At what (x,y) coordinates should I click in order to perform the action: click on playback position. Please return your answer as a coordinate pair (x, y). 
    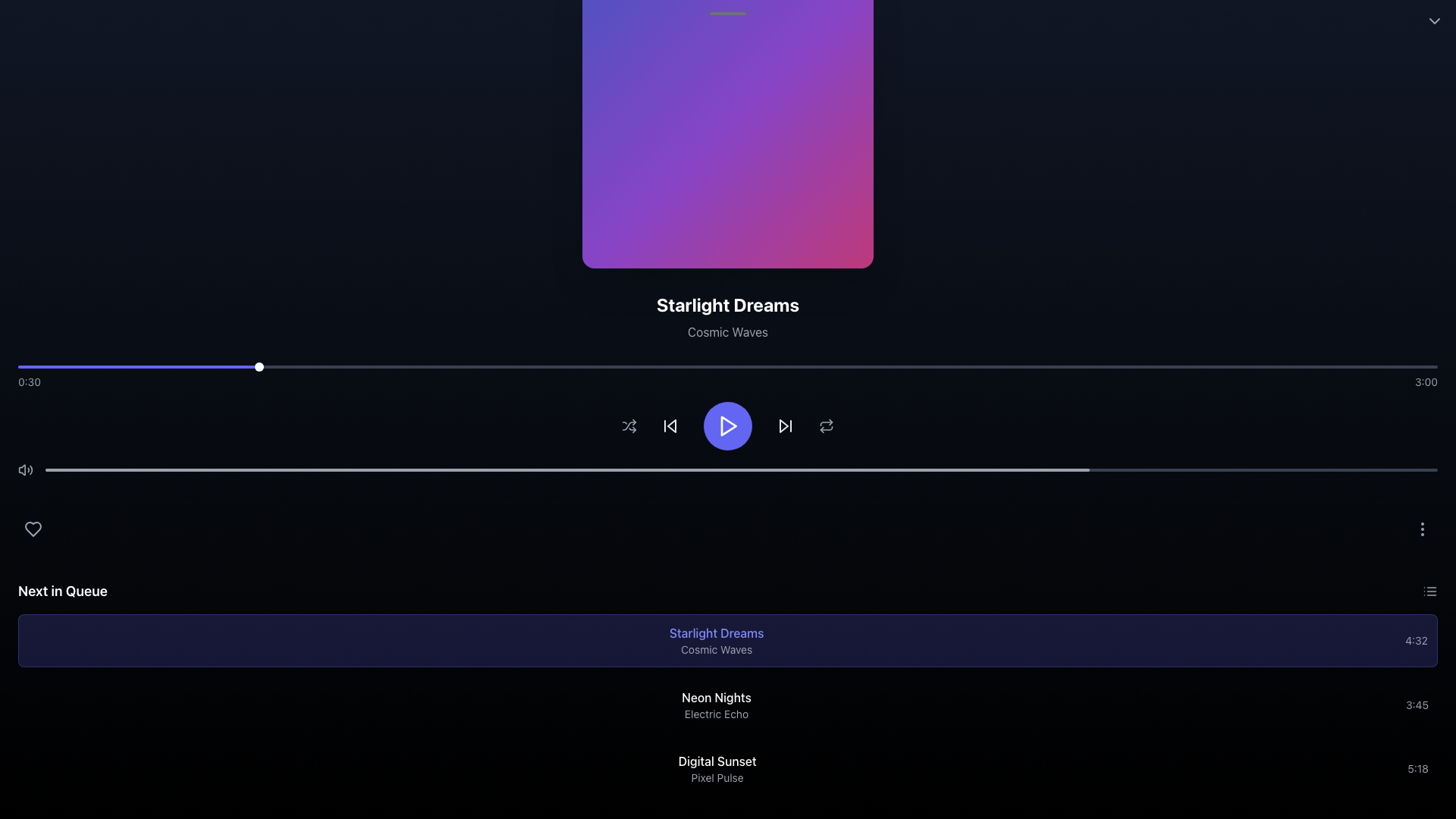
    Looking at the image, I should click on (916, 366).